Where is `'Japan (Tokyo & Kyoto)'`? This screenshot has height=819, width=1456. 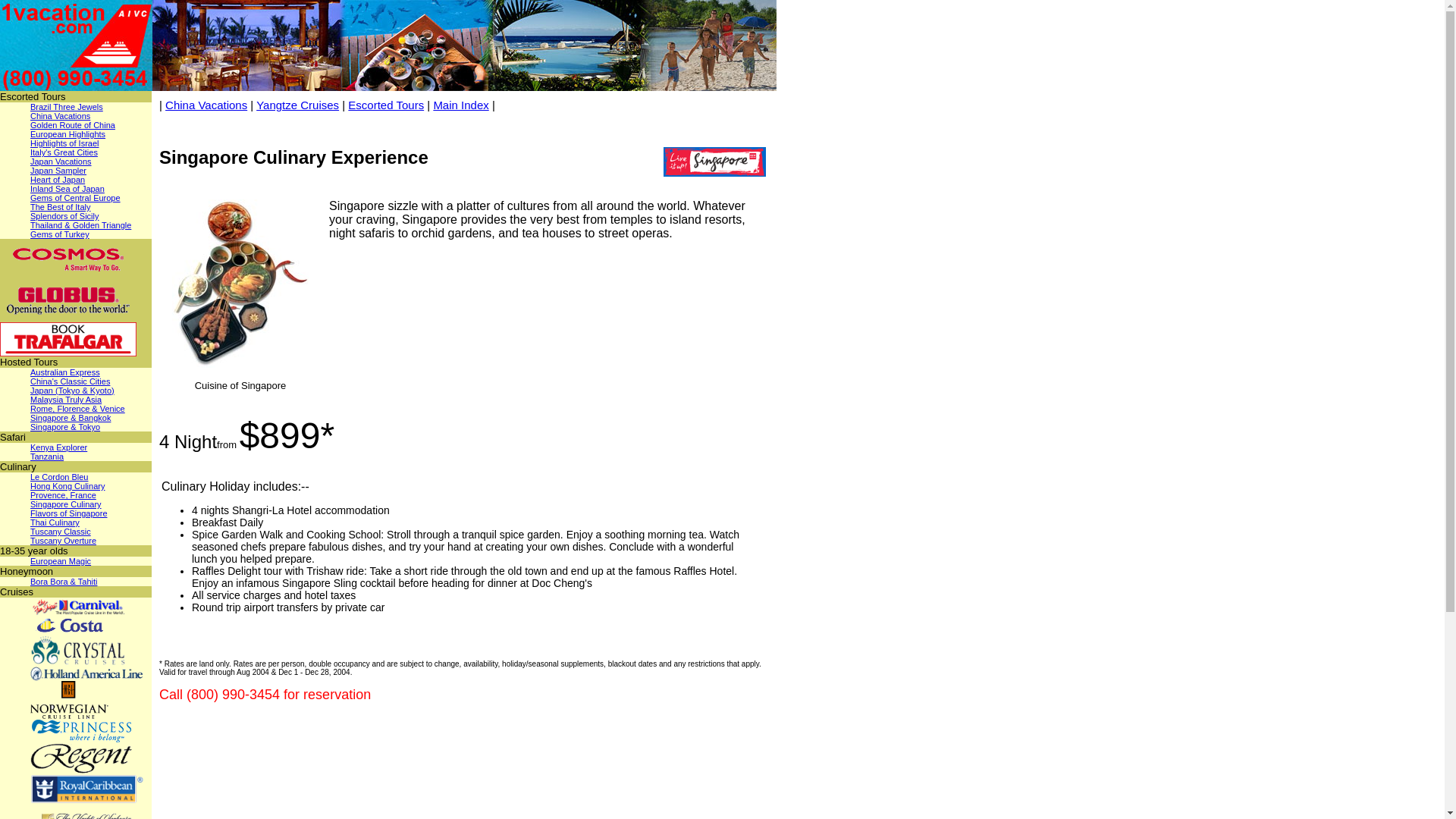 'Japan (Tokyo & Kyoto)' is located at coordinates (71, 390).